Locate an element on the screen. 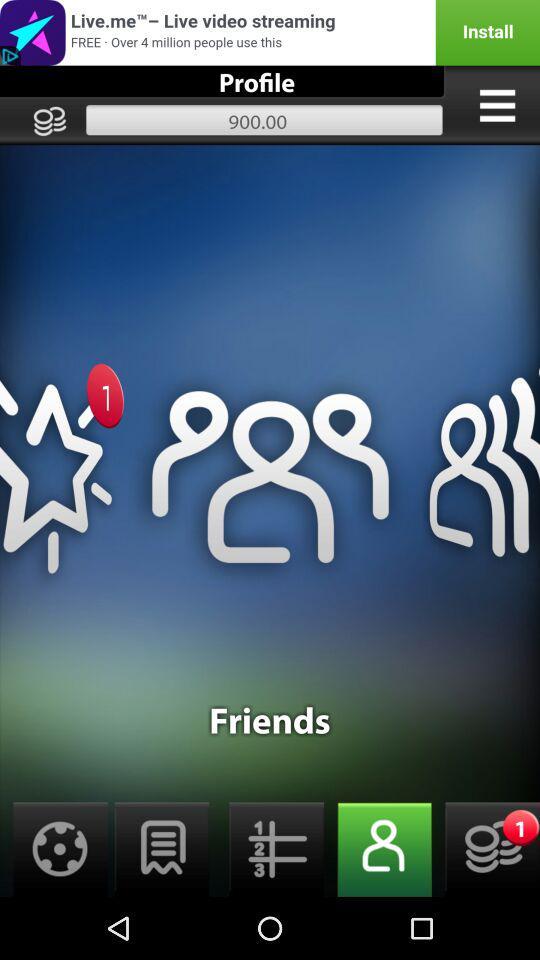  the globe icon is located at coordinates (54, 909).